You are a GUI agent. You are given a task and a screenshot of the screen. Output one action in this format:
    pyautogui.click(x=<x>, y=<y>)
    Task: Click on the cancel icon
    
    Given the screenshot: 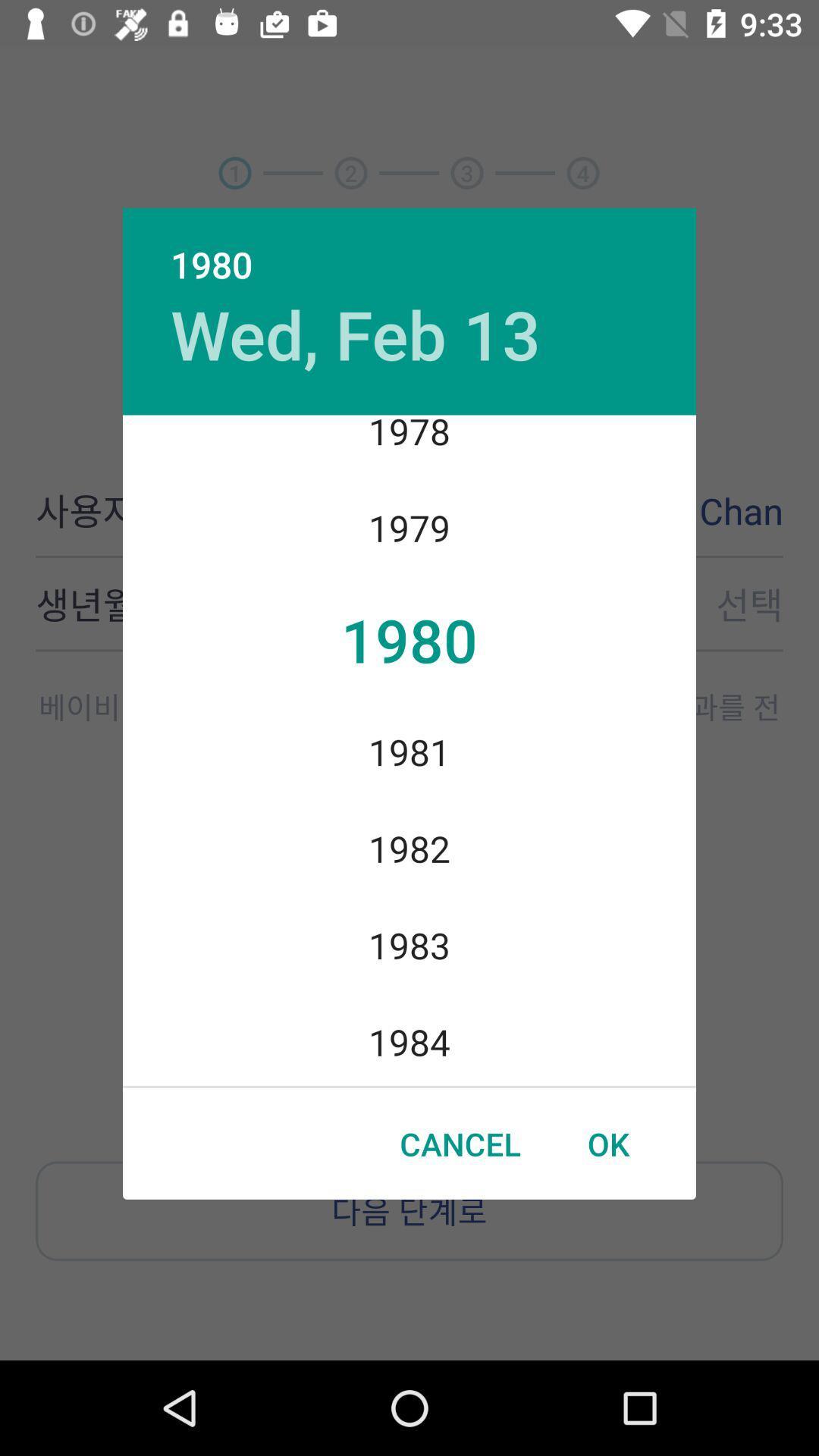 What is the action you would take?
    pyautogui.click(x=460, y=1144)
    